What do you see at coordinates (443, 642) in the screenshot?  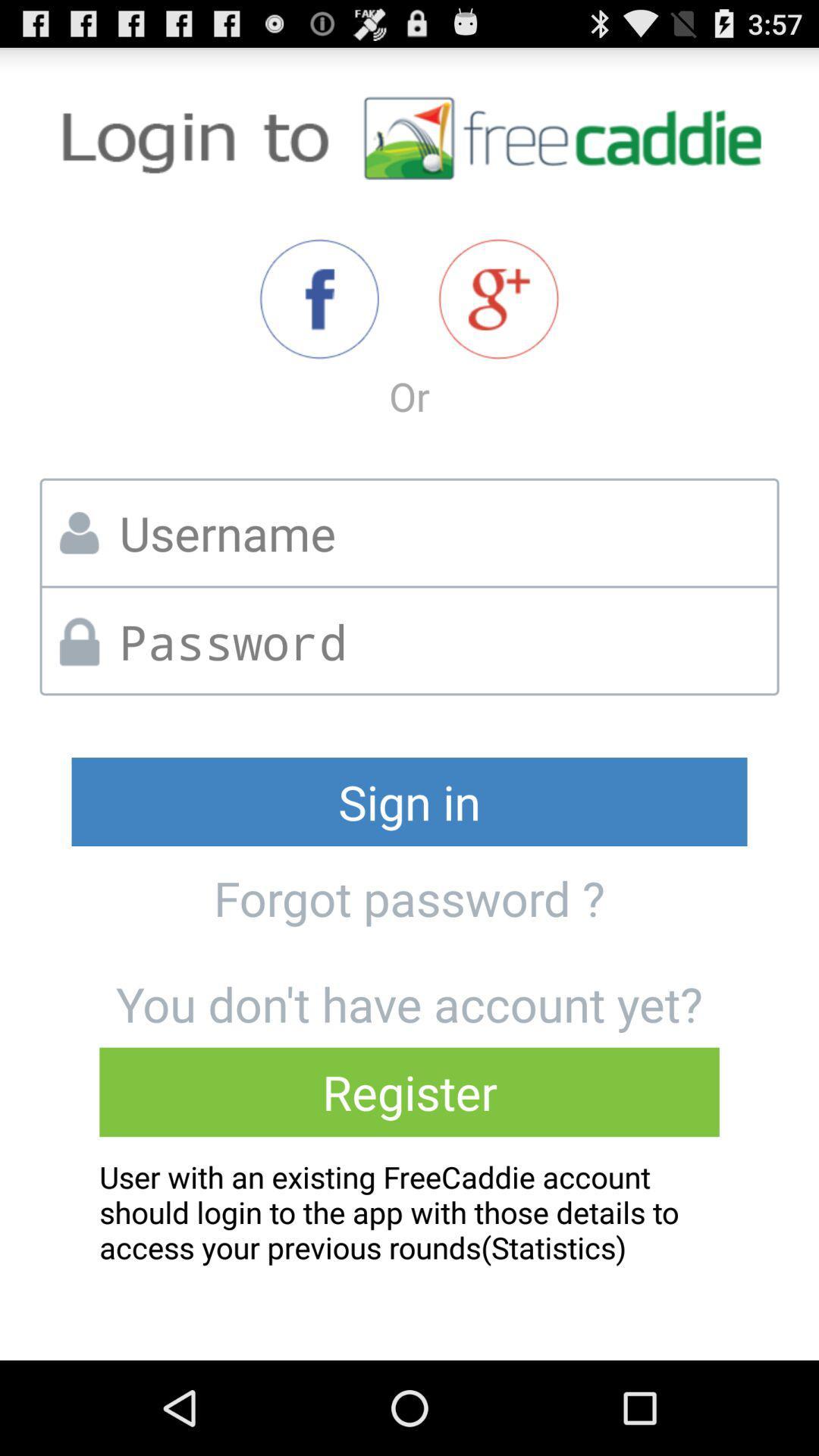 I see `text` at bounding box center [443, 642].